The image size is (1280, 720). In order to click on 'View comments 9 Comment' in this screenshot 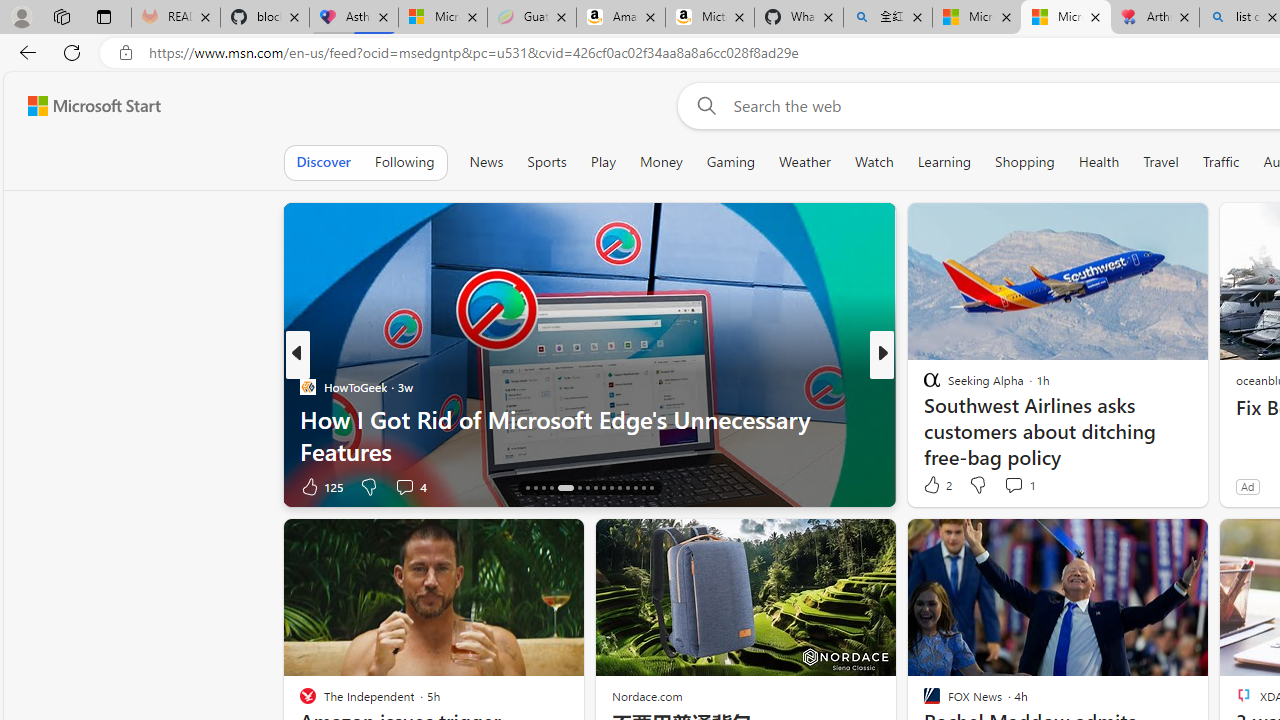, I will do `click(1014, 486)`.